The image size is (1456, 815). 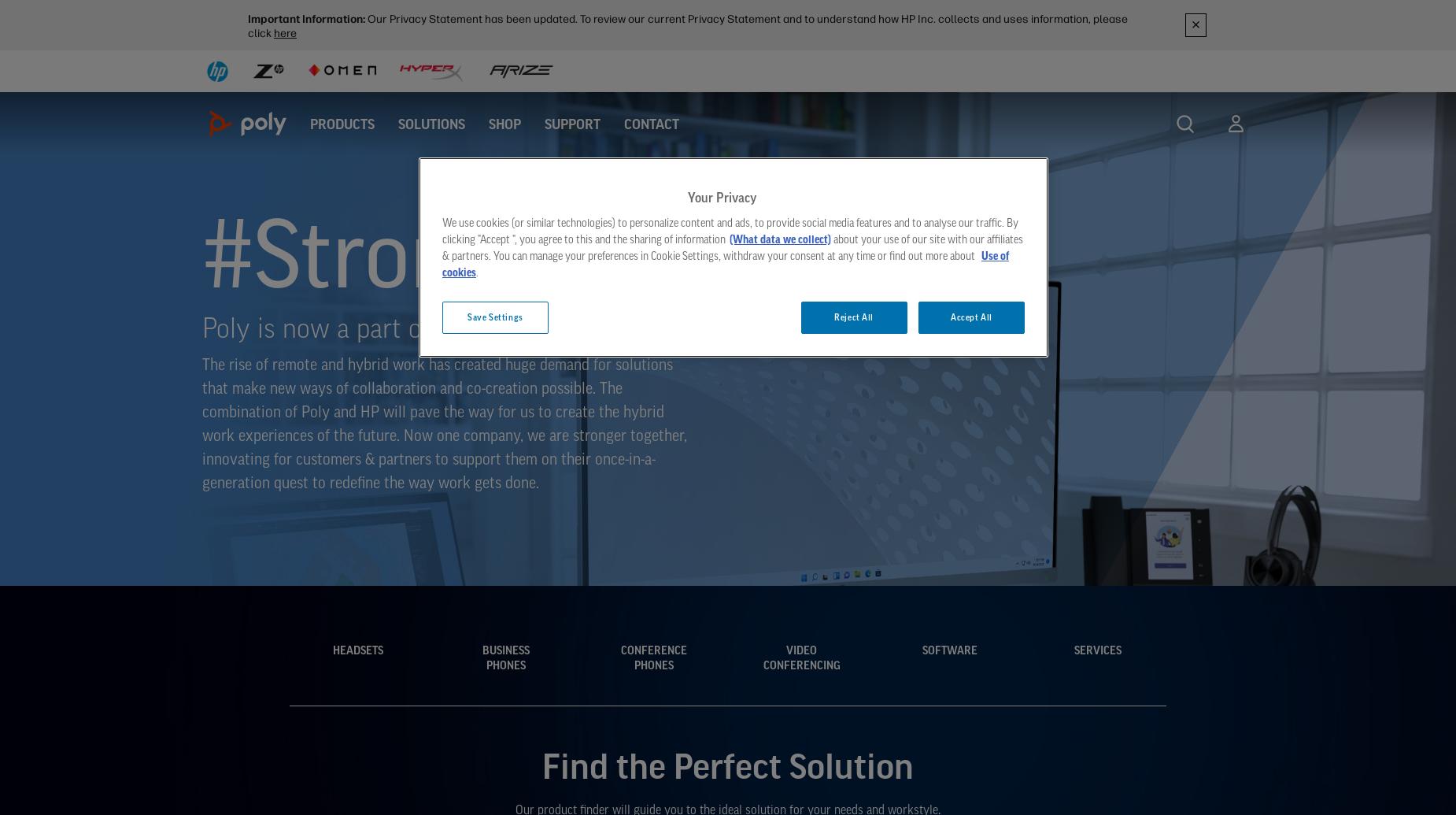 I want to click on '#StrongerTogether', so click(x=556, y=257).